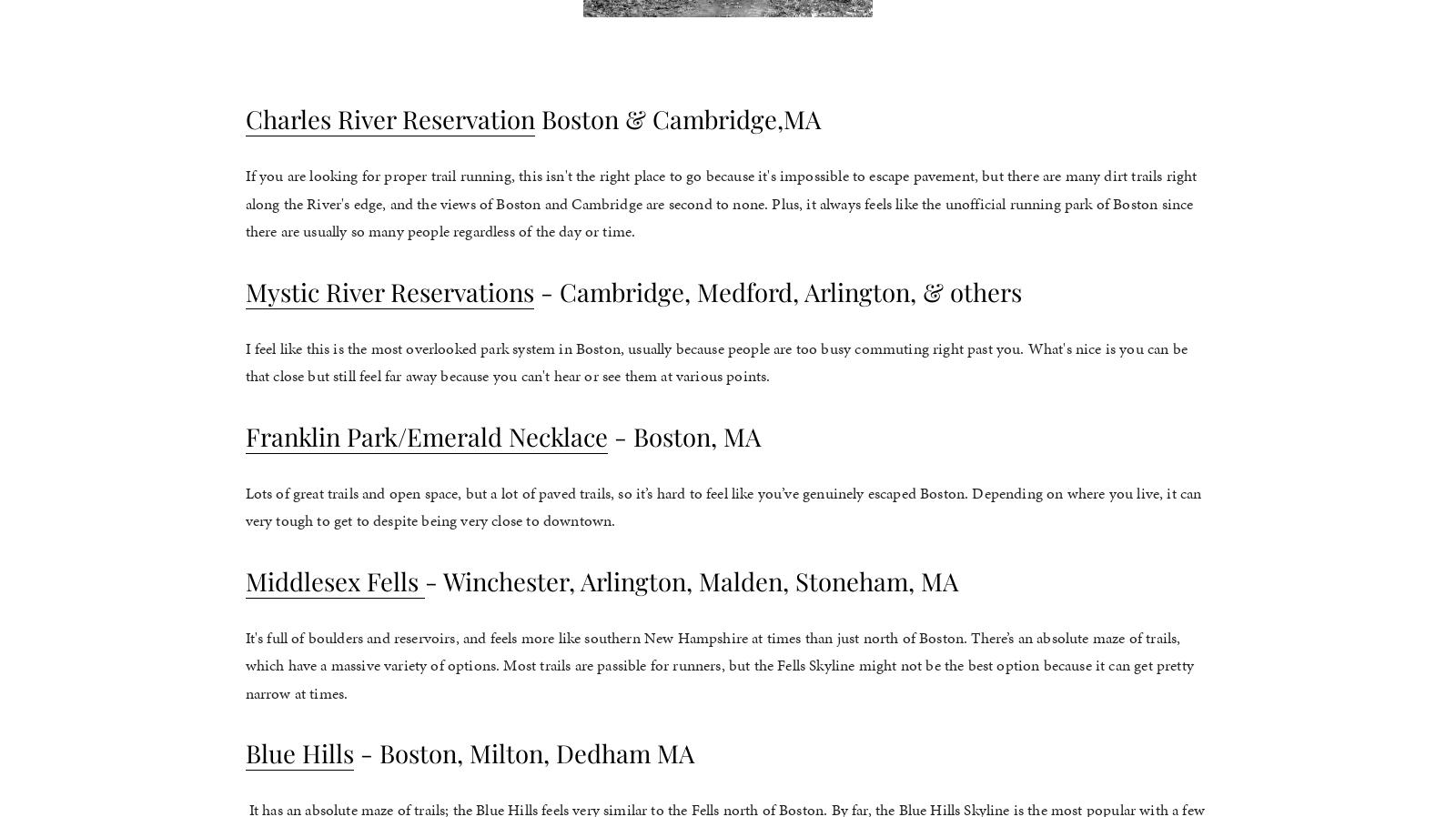 The image size is (1456, 817). What do you see at coordinates (717, 361) in the screenshot?
I see `'I feel like this is the most overlooked park system in Boston, usually because people are too busy commuting right past you. What's nice is you can be that close but still feel far away because you can't hear or see them at various points.'` at bounding box center [717, 361].